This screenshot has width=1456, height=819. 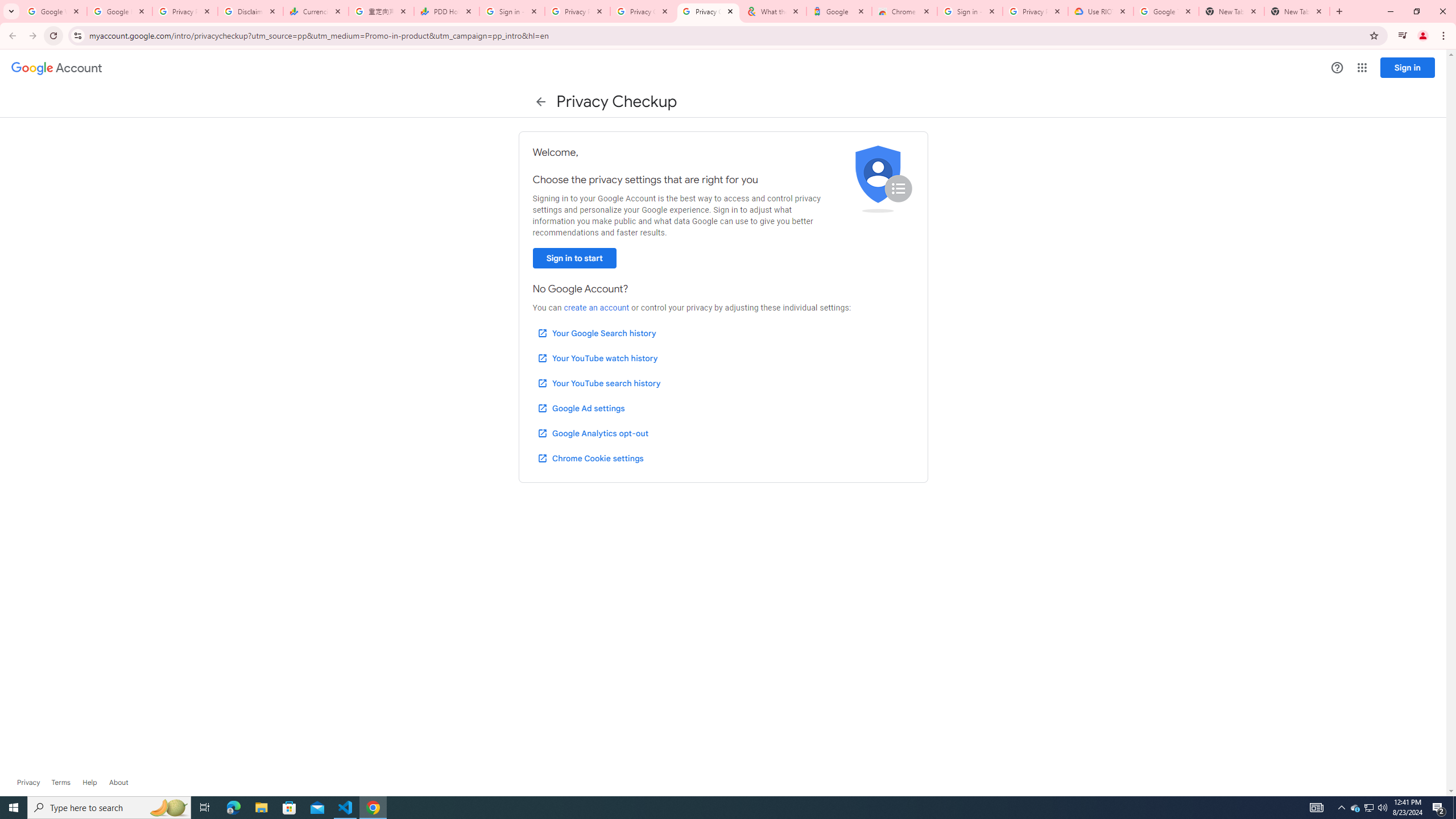 What do you see at coordinates (597, 358) in the screenshot?
I see `'Your YouTube watch history'` at bounding box center [597, 358].